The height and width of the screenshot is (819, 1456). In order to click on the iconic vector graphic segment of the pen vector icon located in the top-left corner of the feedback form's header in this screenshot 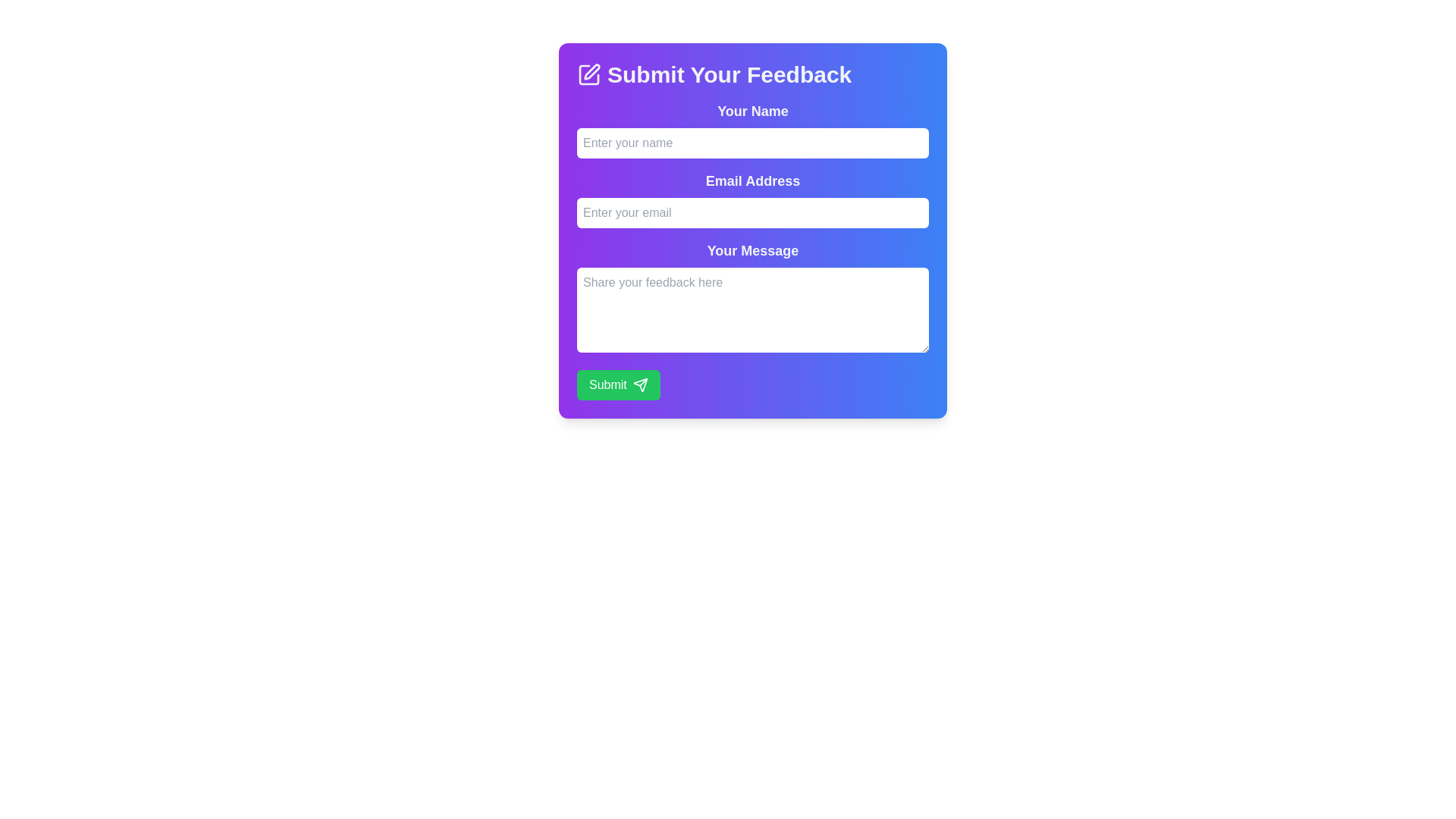, I will do `click(591, 72)`.